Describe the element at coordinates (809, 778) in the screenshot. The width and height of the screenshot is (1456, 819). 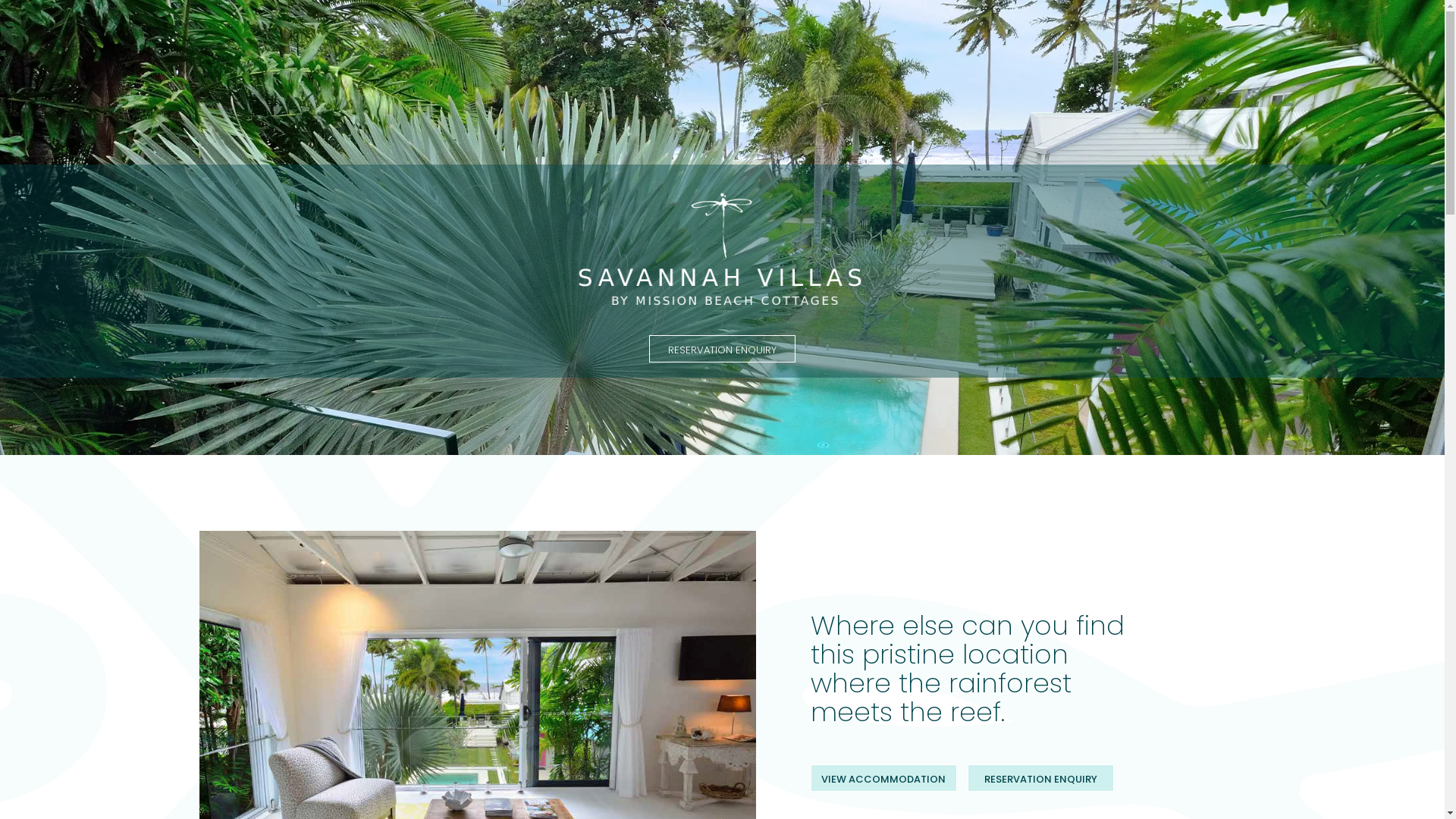
I see `'VIEW ACCOMMODATION'` at that location.